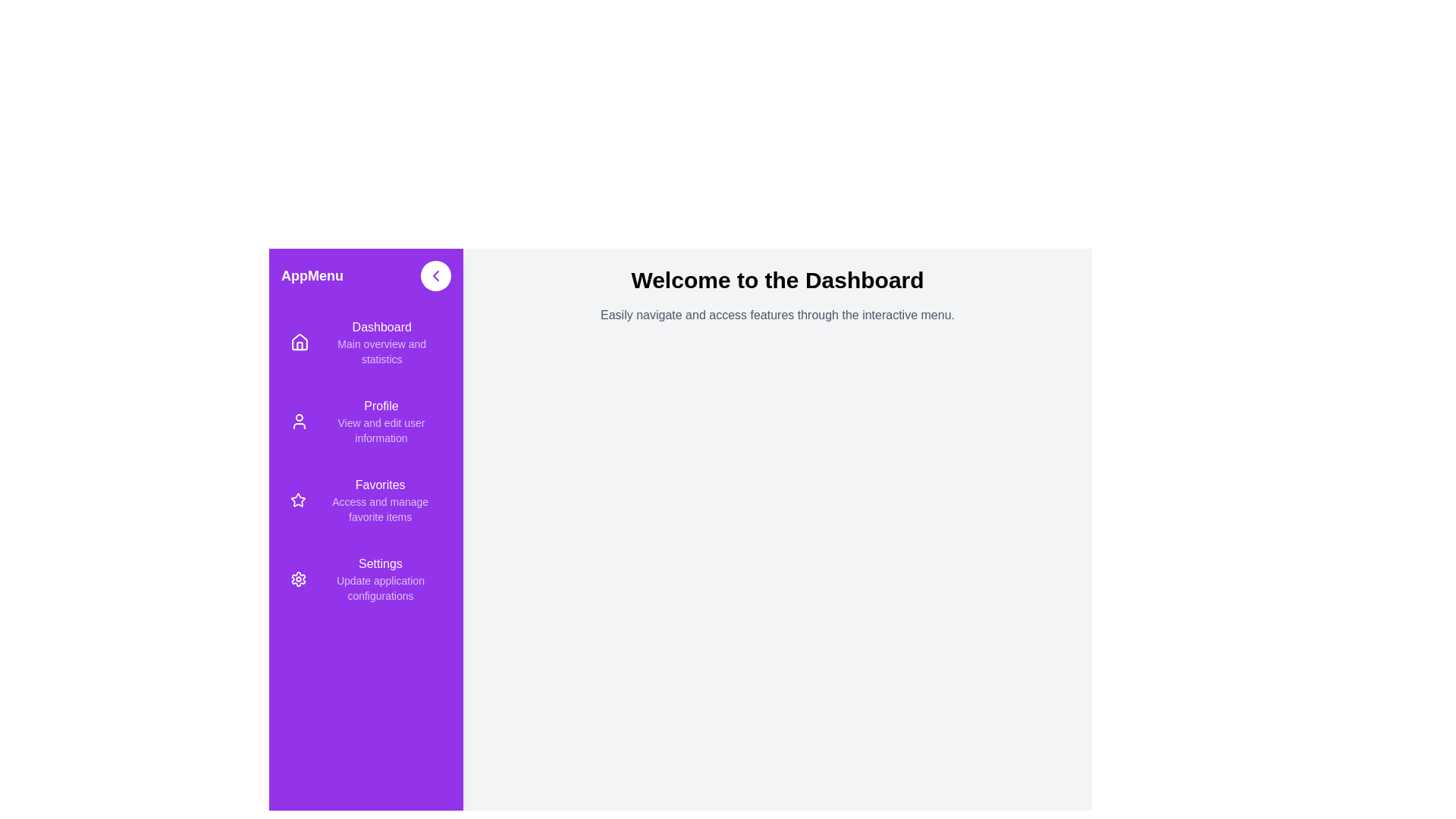  I want to click on the menu item Dashboard to highlight it, so click(366, 342).